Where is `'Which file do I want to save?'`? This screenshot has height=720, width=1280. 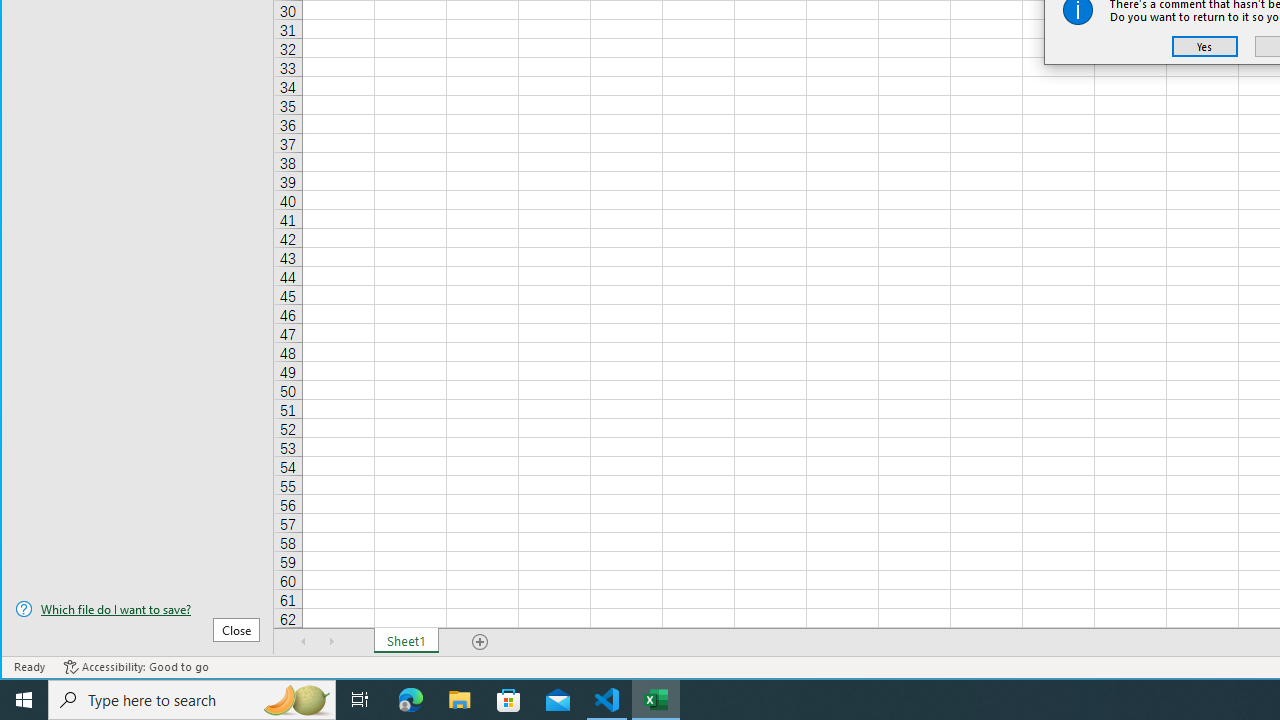 'Which file do I want to save?' is located at coordinates (136, 608).